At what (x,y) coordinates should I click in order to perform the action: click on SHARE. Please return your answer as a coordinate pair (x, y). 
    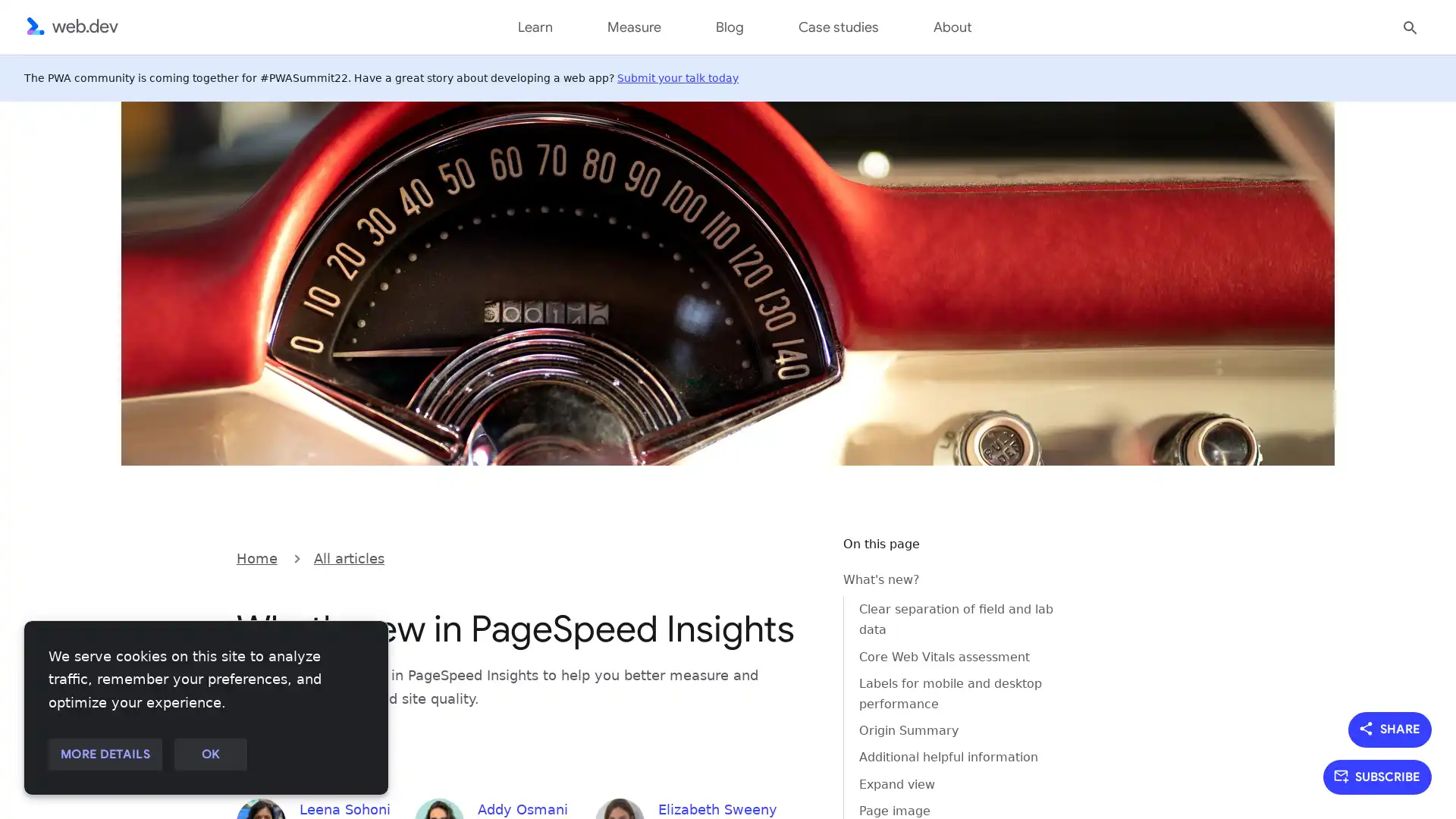
    Looking at the image, I should click on (1390, 728).